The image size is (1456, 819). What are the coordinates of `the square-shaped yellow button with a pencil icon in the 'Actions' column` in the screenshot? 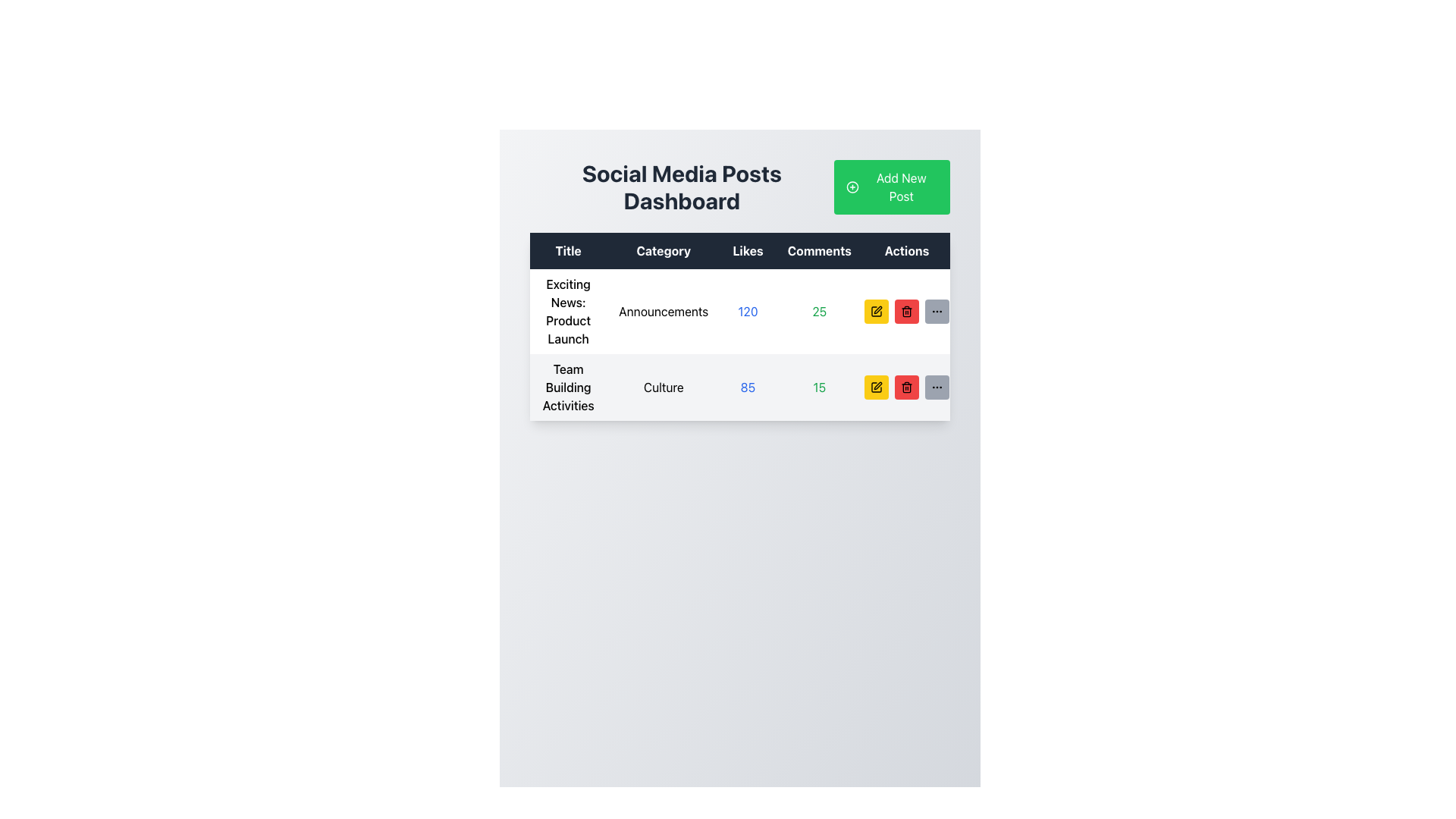 It's located at (877, 311).